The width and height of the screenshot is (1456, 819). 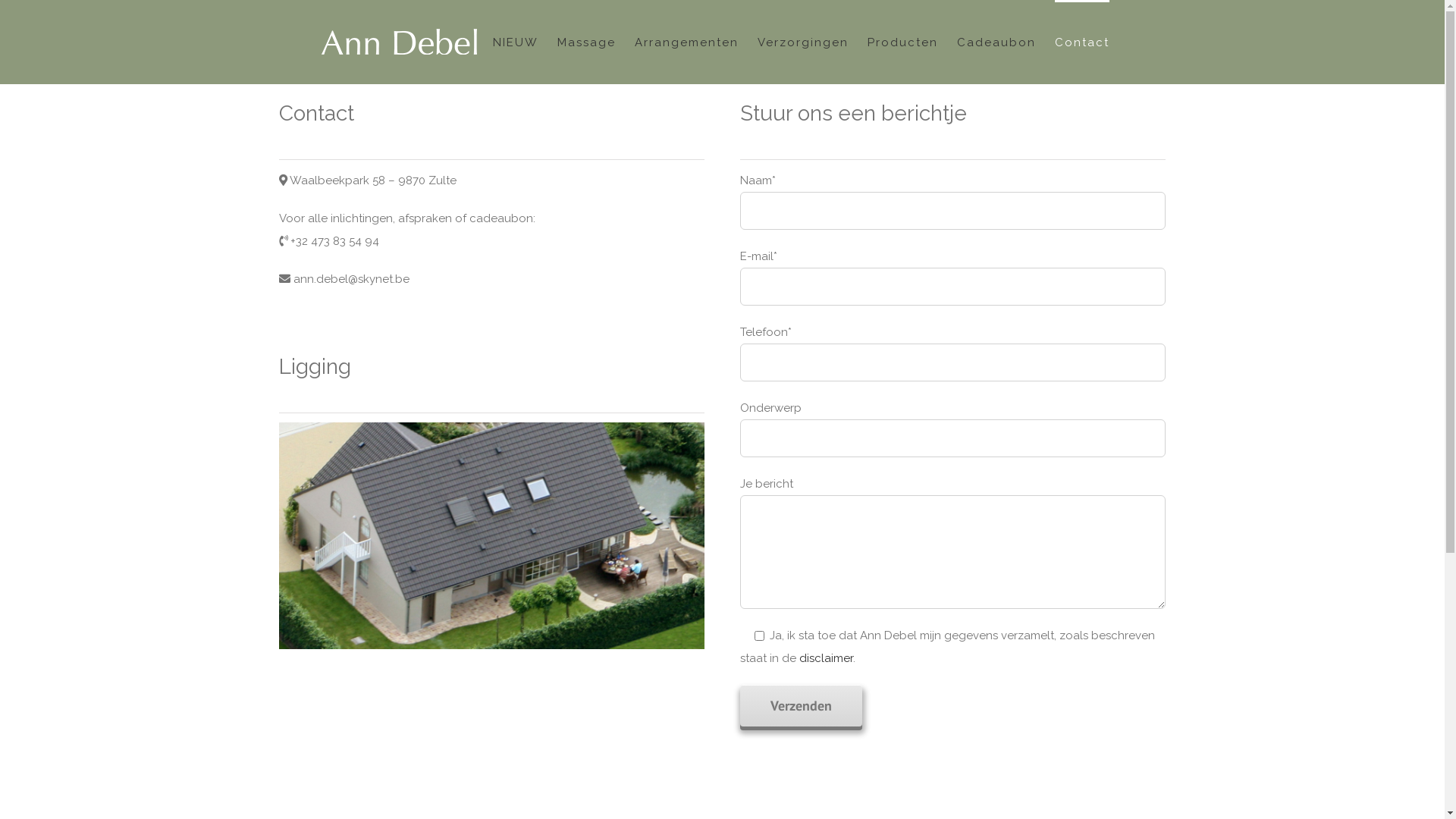 What do you see at coordinates (685, 40) in the screenshot?
I see `'Arrangementen'` at bounding box center [685, 40].